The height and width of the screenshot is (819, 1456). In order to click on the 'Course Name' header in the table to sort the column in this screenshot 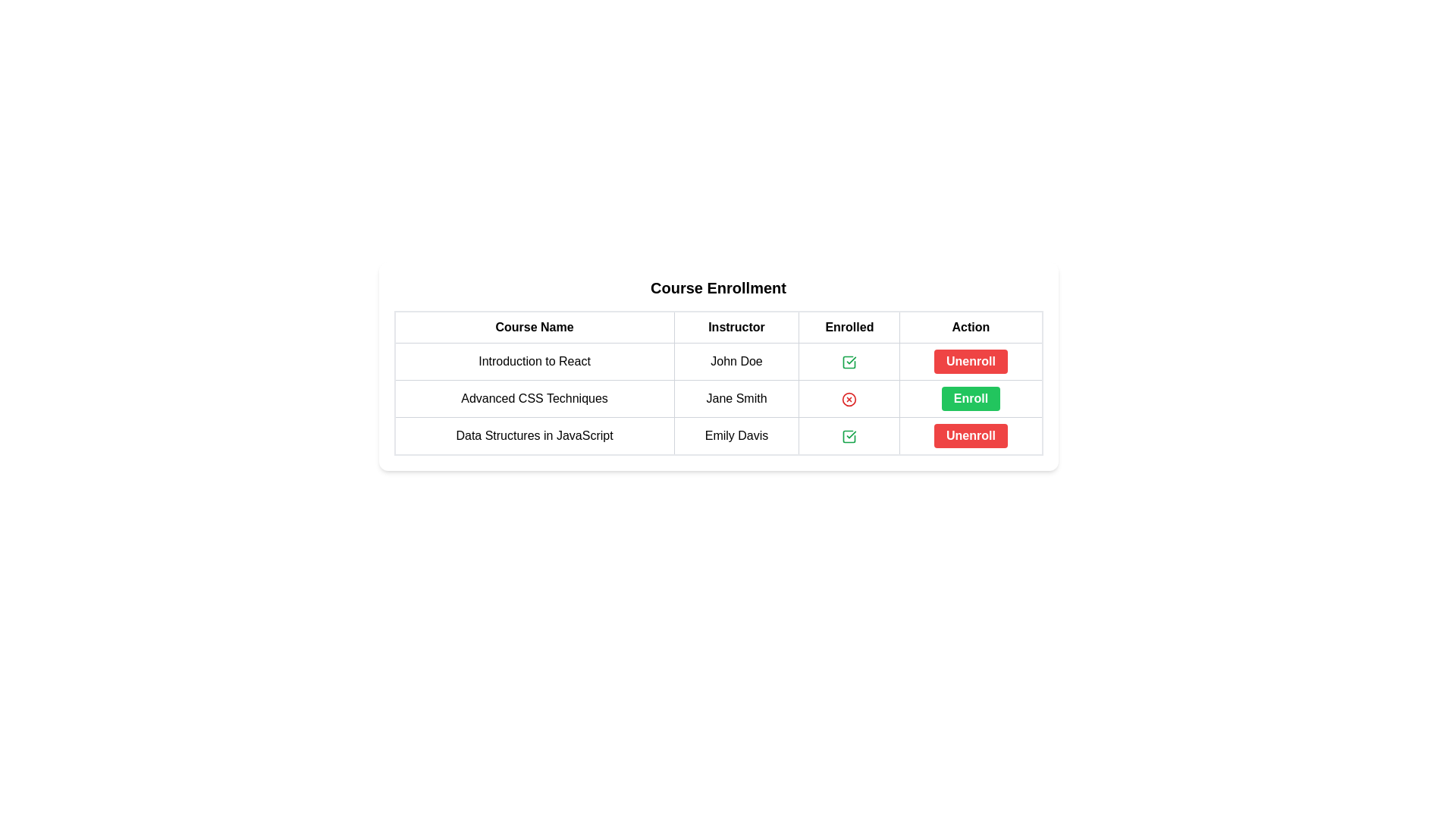, I will do `click(534, 326)`.